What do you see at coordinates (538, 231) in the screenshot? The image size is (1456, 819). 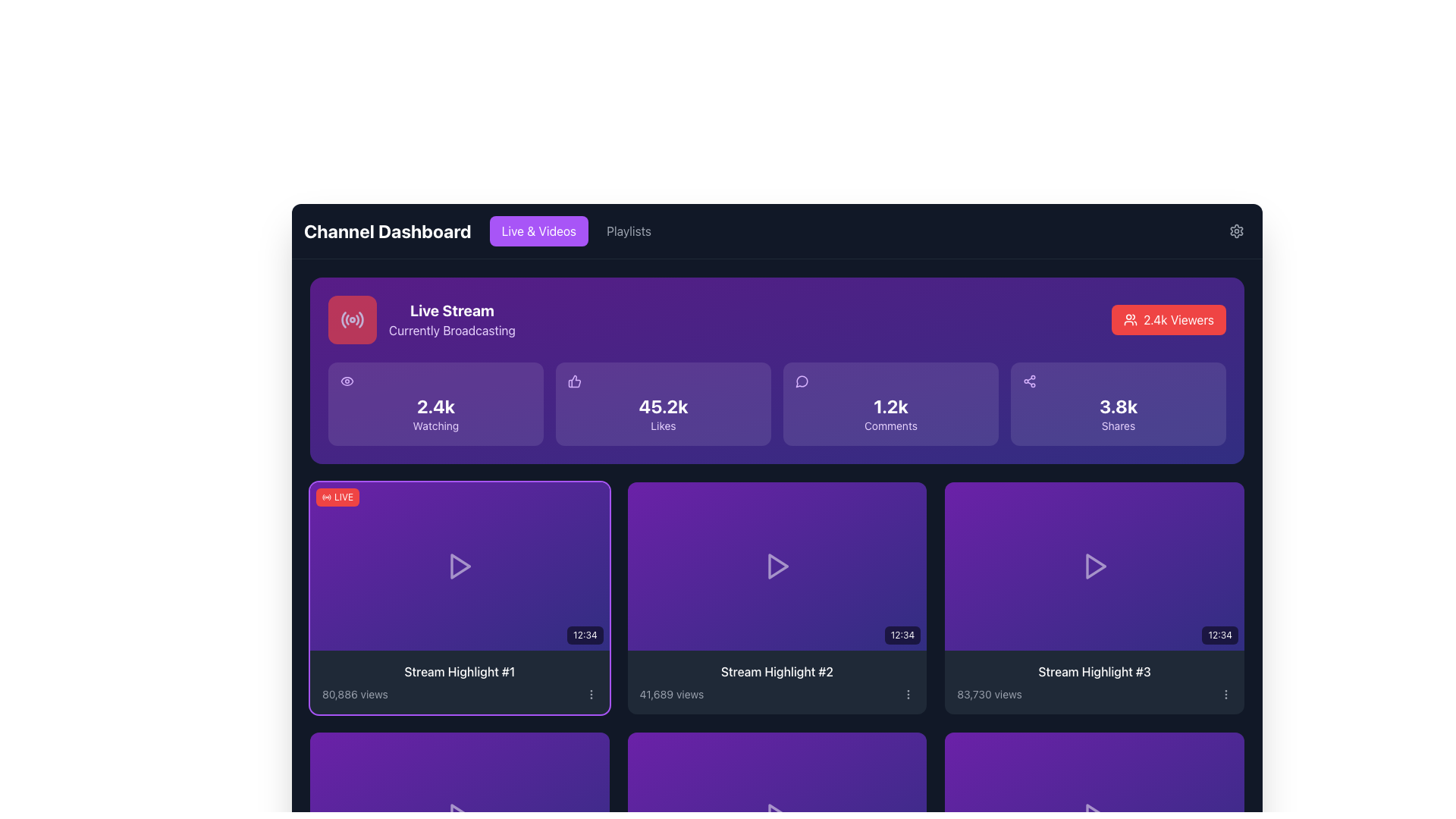 I see `the 'Live & Videos' button` at bounding box center [538, 231].